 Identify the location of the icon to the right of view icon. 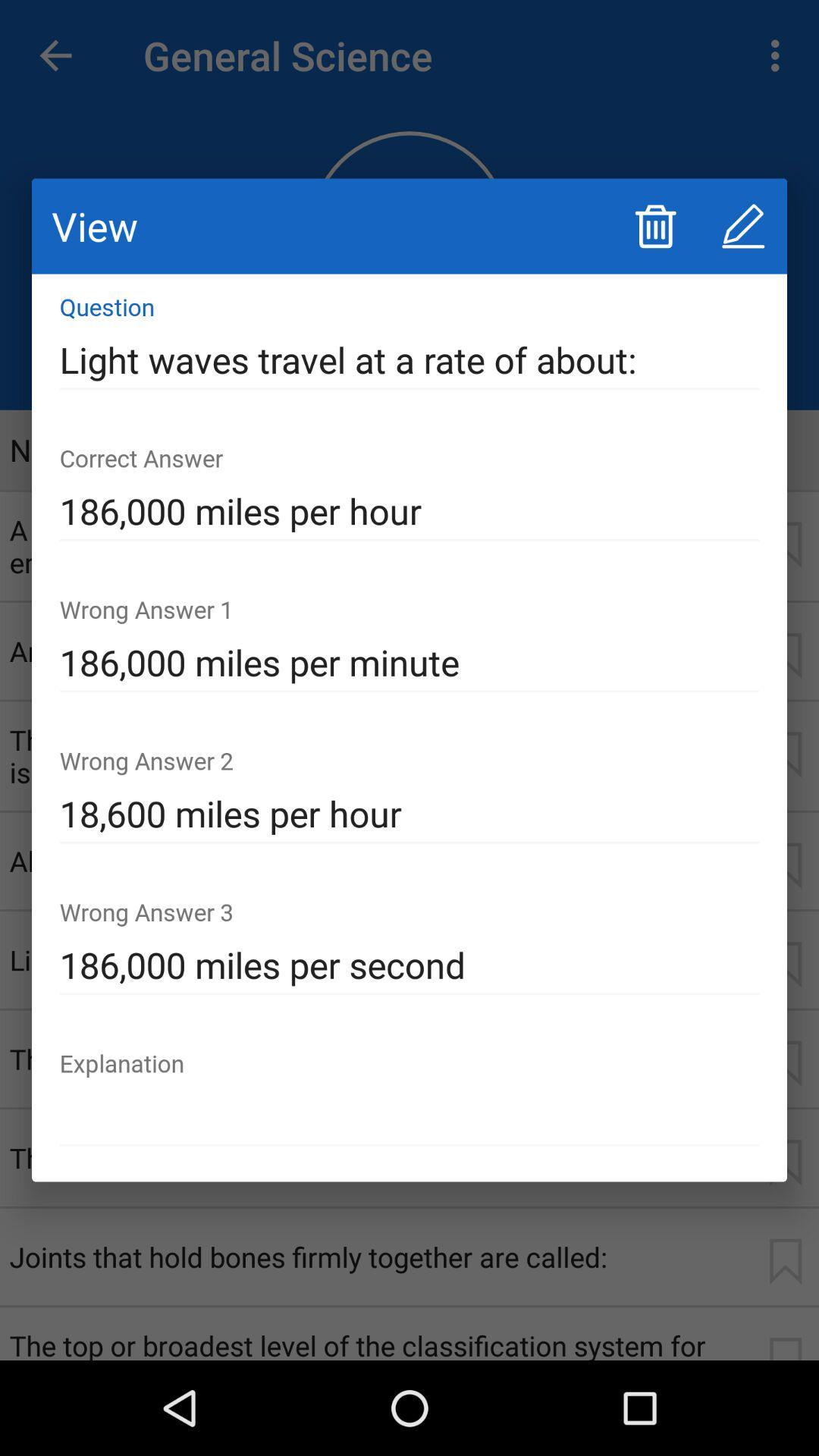
(654, 225).